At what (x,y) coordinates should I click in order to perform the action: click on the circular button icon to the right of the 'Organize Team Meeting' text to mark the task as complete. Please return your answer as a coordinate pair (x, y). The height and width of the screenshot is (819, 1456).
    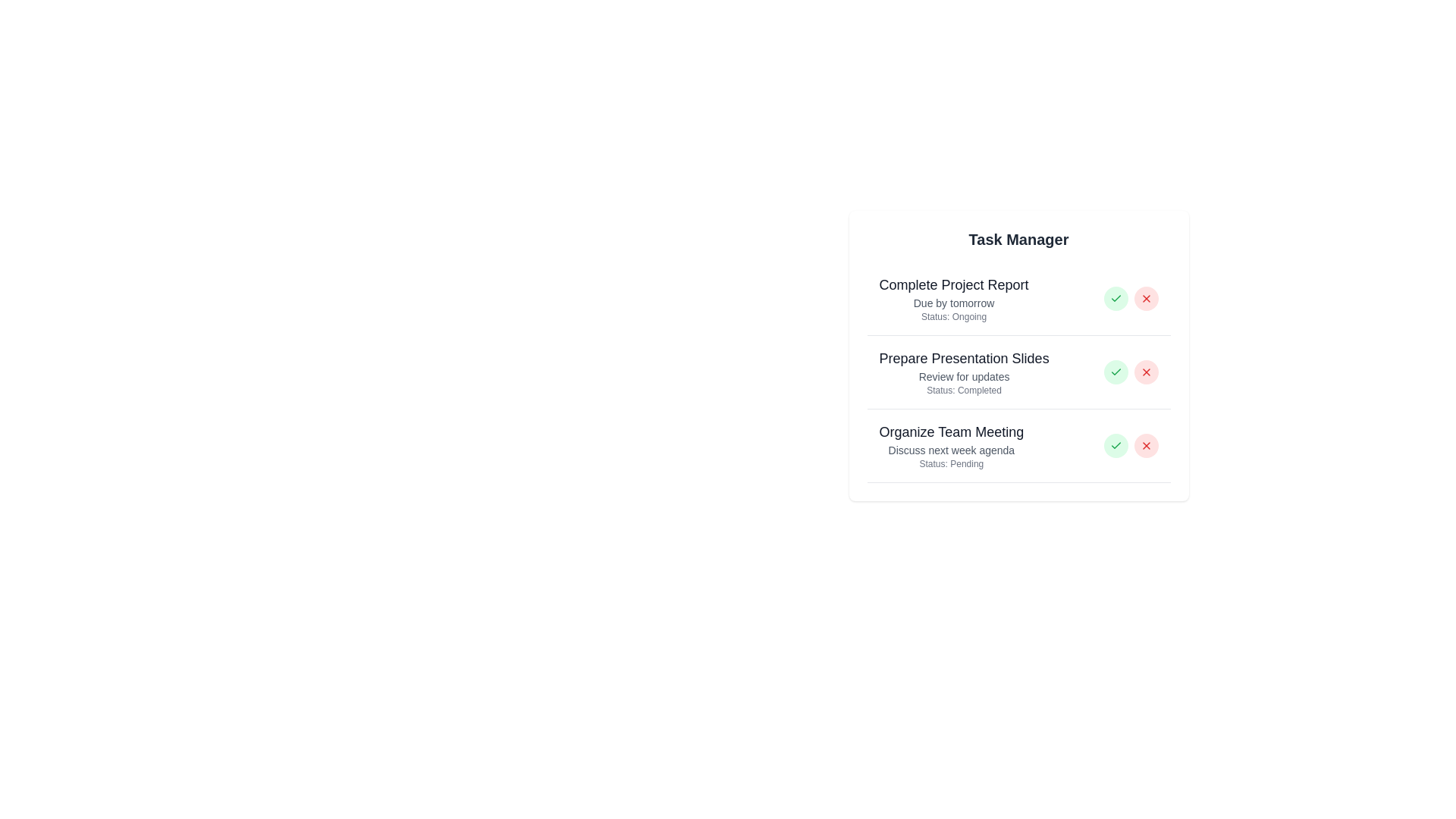
    Looking at the image, I should click on (1116, 372).